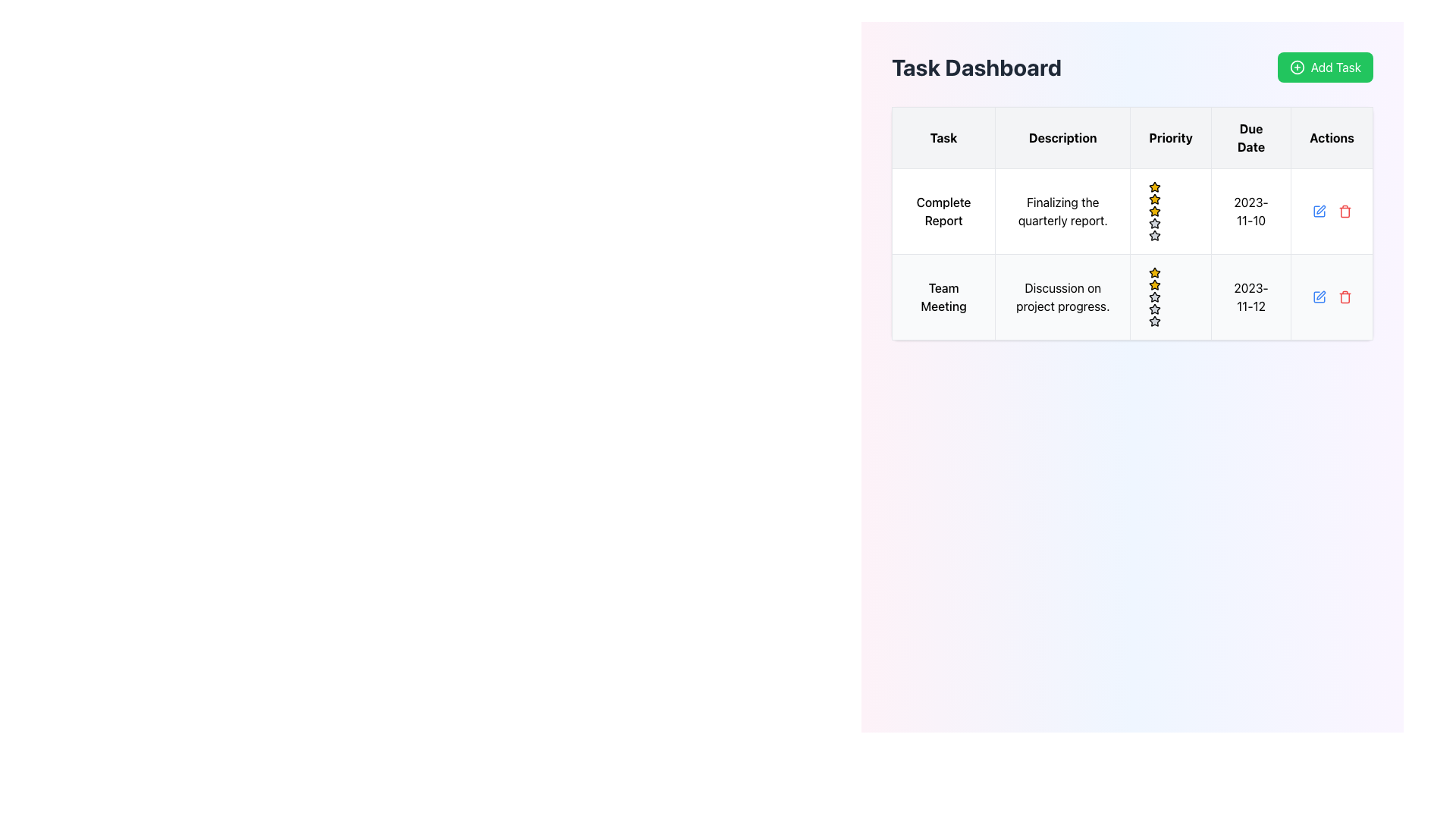 This screenshot has height=819, width=1456. I want to click on the second star icon in the 'Priority' column of the task table, so click(1154, 297).